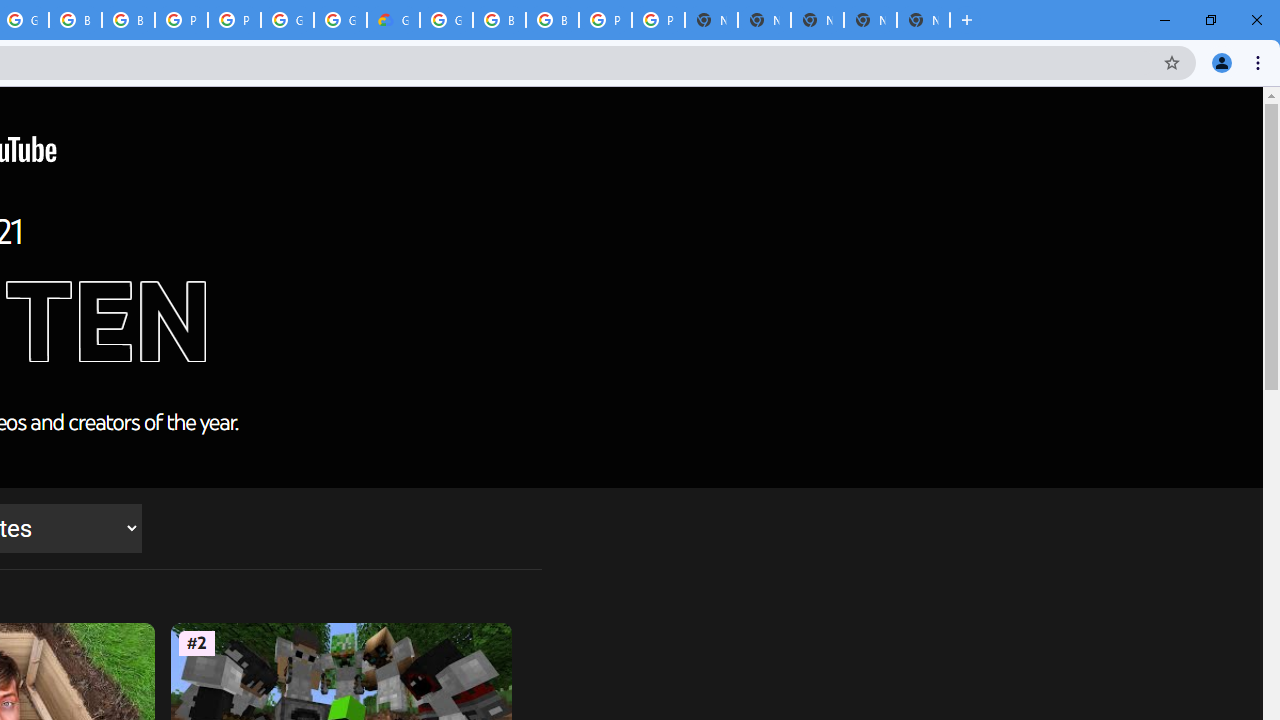 Image resolution: width=1280 pixels, height=720 pixels. What do you see at coordinates (75, 20) in the screenshot?
I see `'Browse Chrome as a guest - Computer - Google Chrome Help'` at bounding box center [75, 20].